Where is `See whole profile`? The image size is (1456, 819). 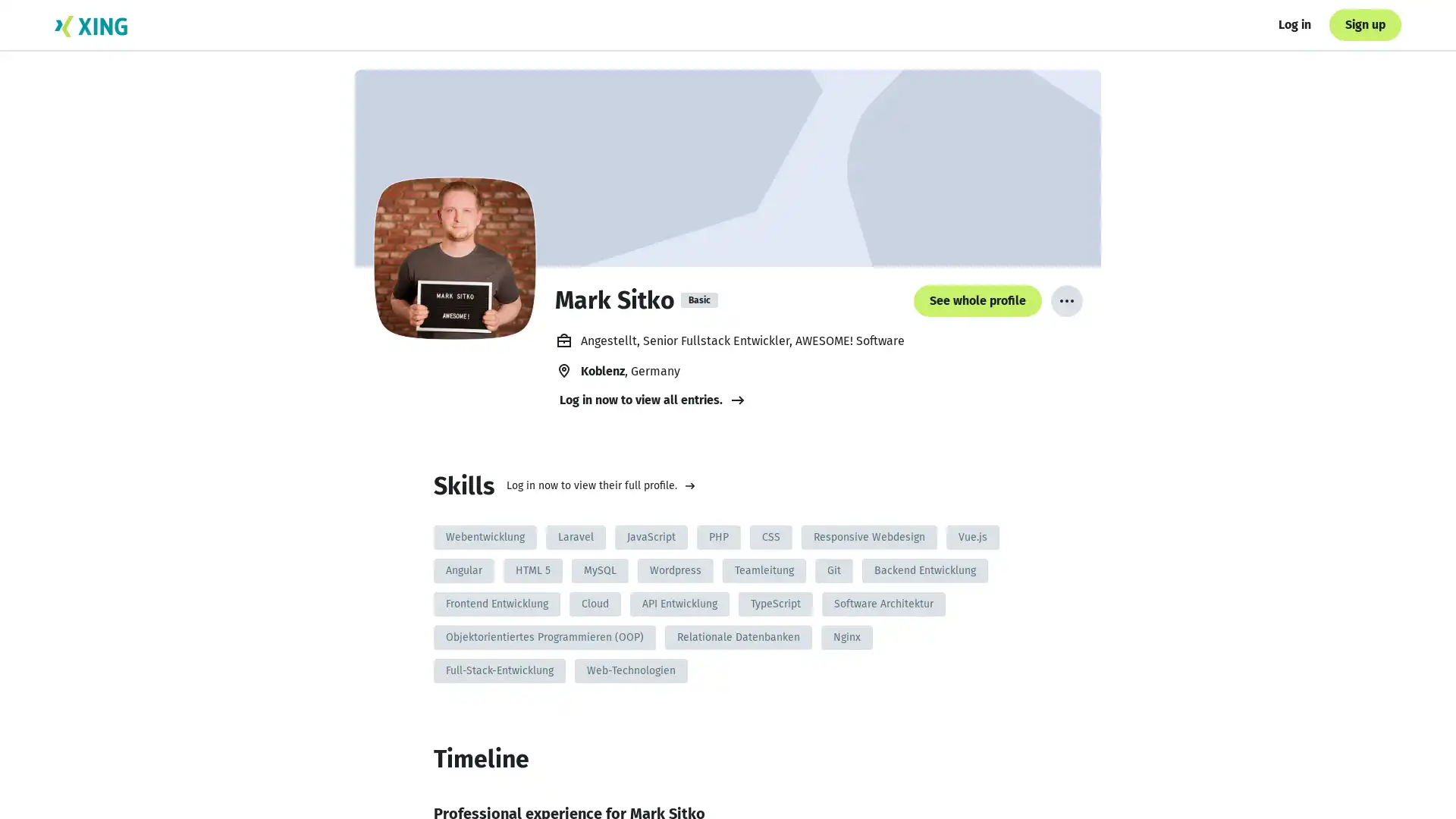
See whole profile is located at coordinates (977, 301).